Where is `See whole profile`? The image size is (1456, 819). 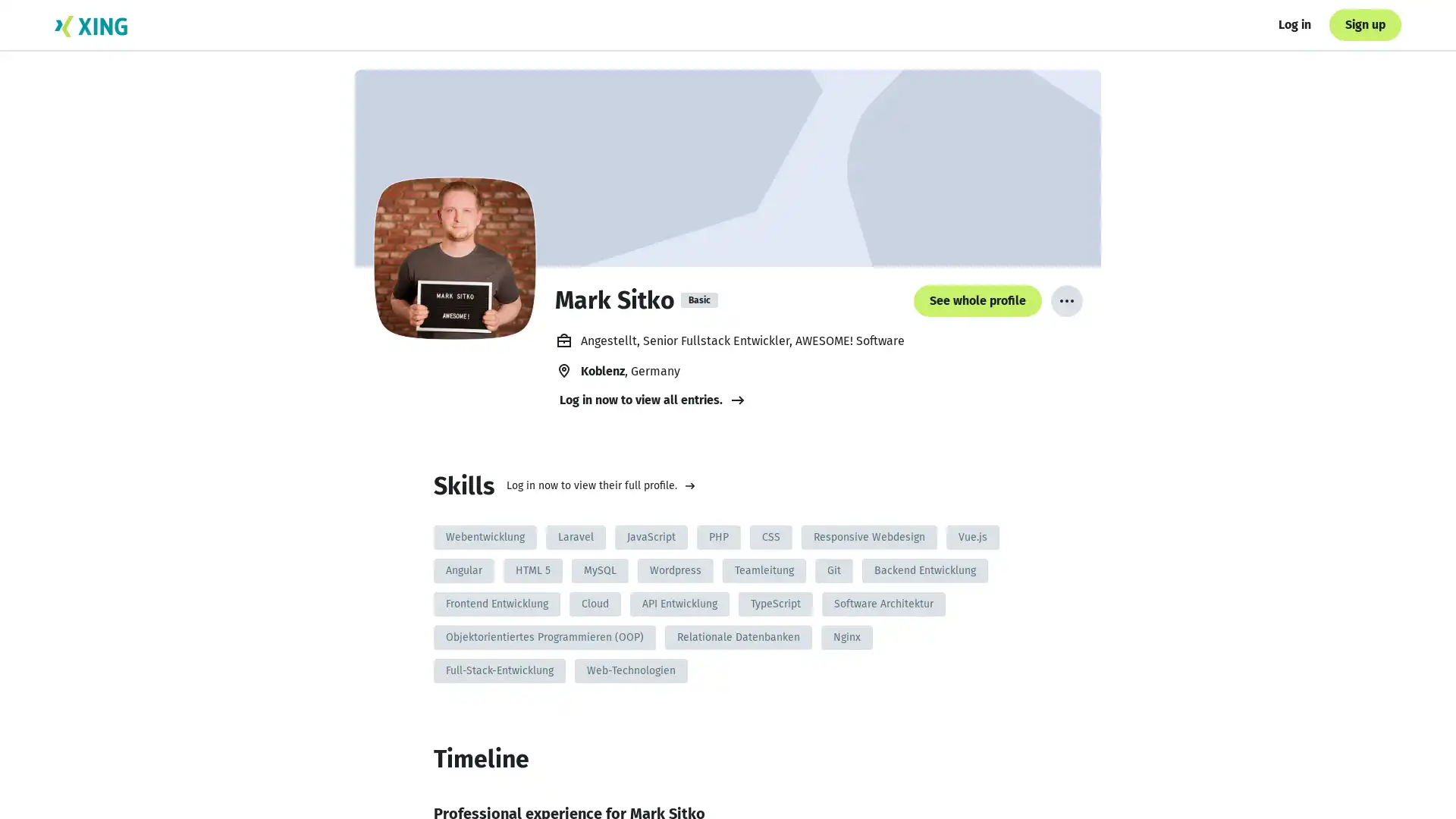
See whole profile is located at coordinates (977, 301).